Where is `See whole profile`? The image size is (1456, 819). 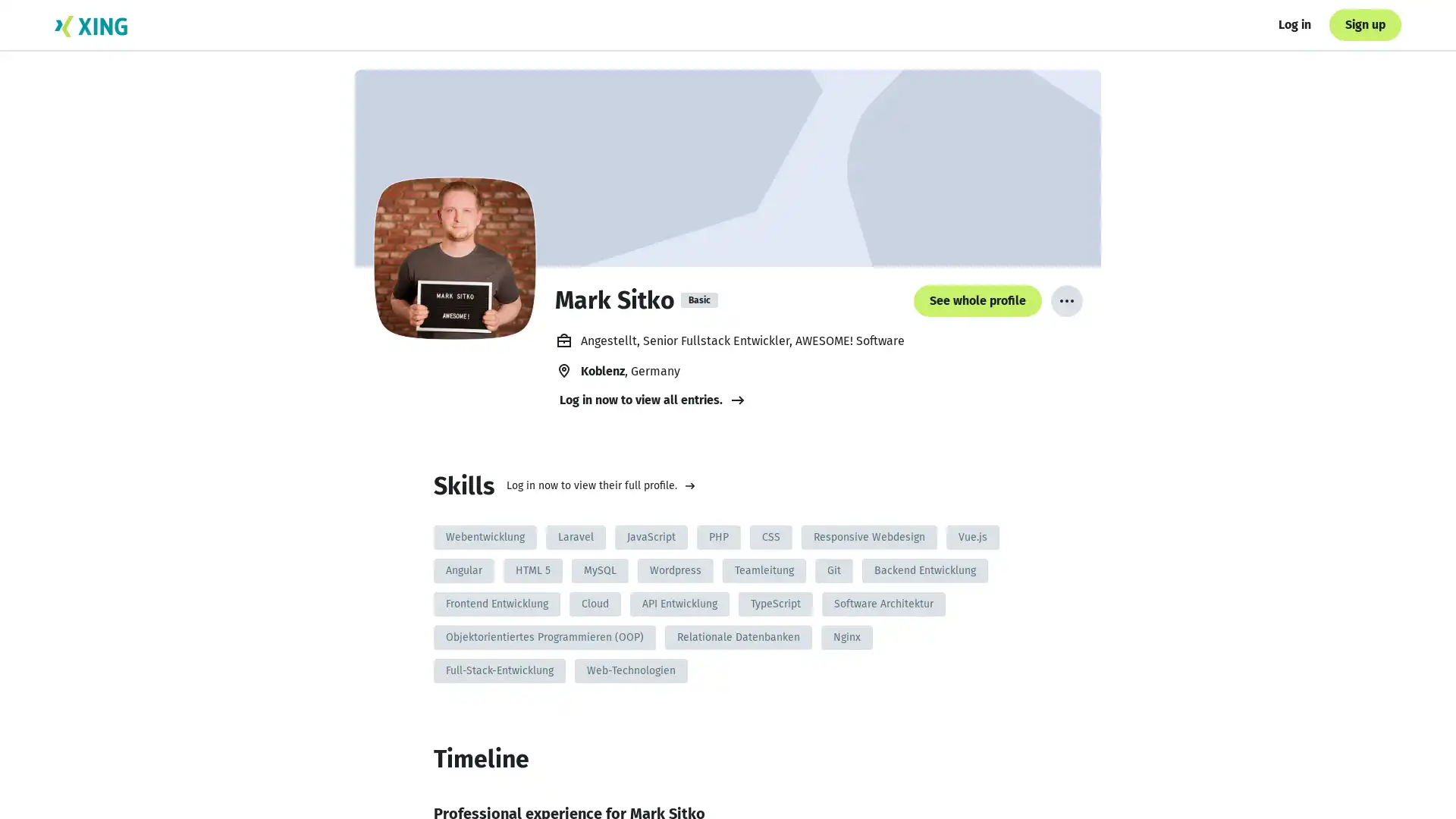
See whole profile is located at coordinates (977, 301).